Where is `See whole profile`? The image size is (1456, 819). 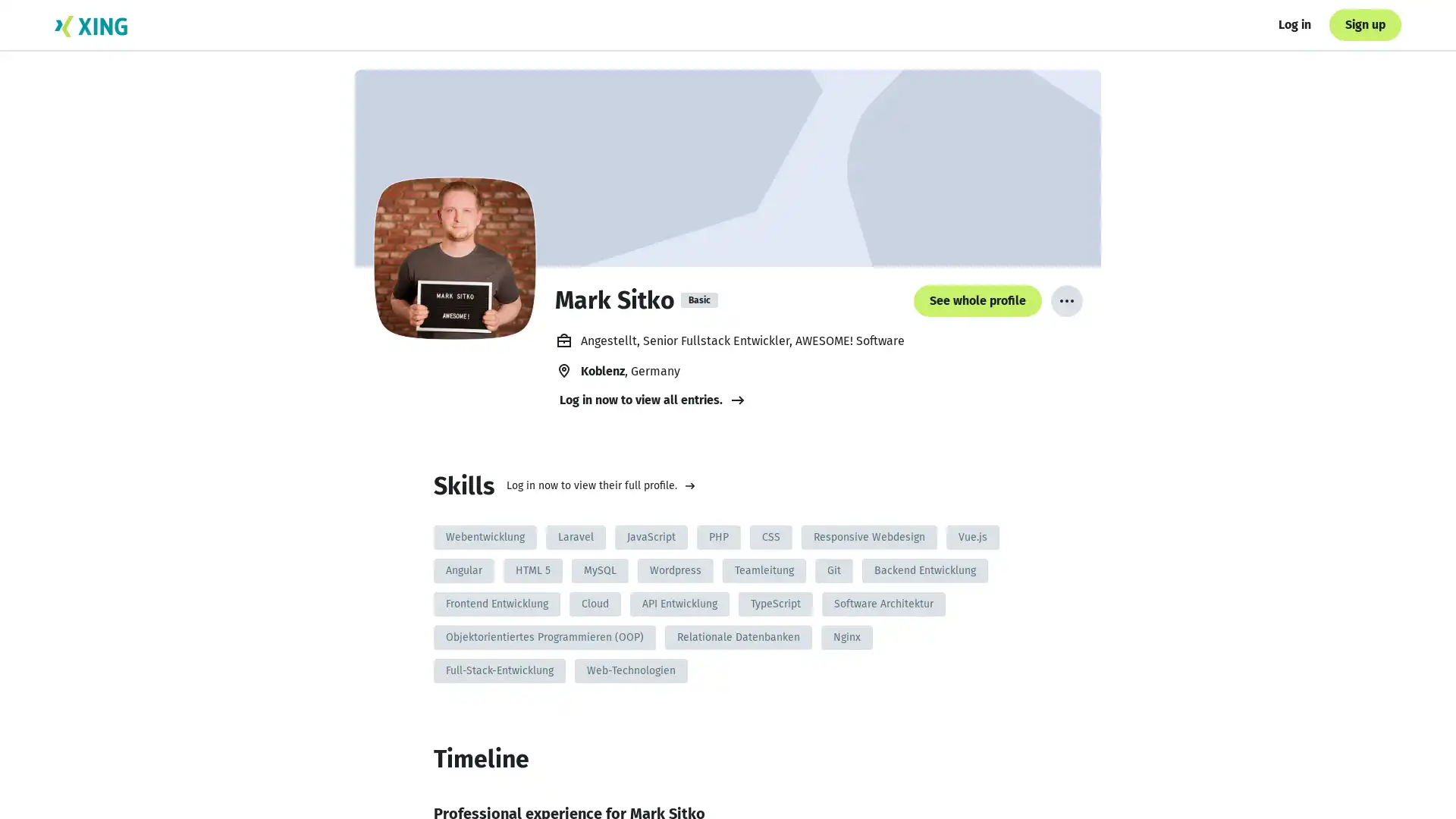
See whole profile is located at coordinates (977, 301).